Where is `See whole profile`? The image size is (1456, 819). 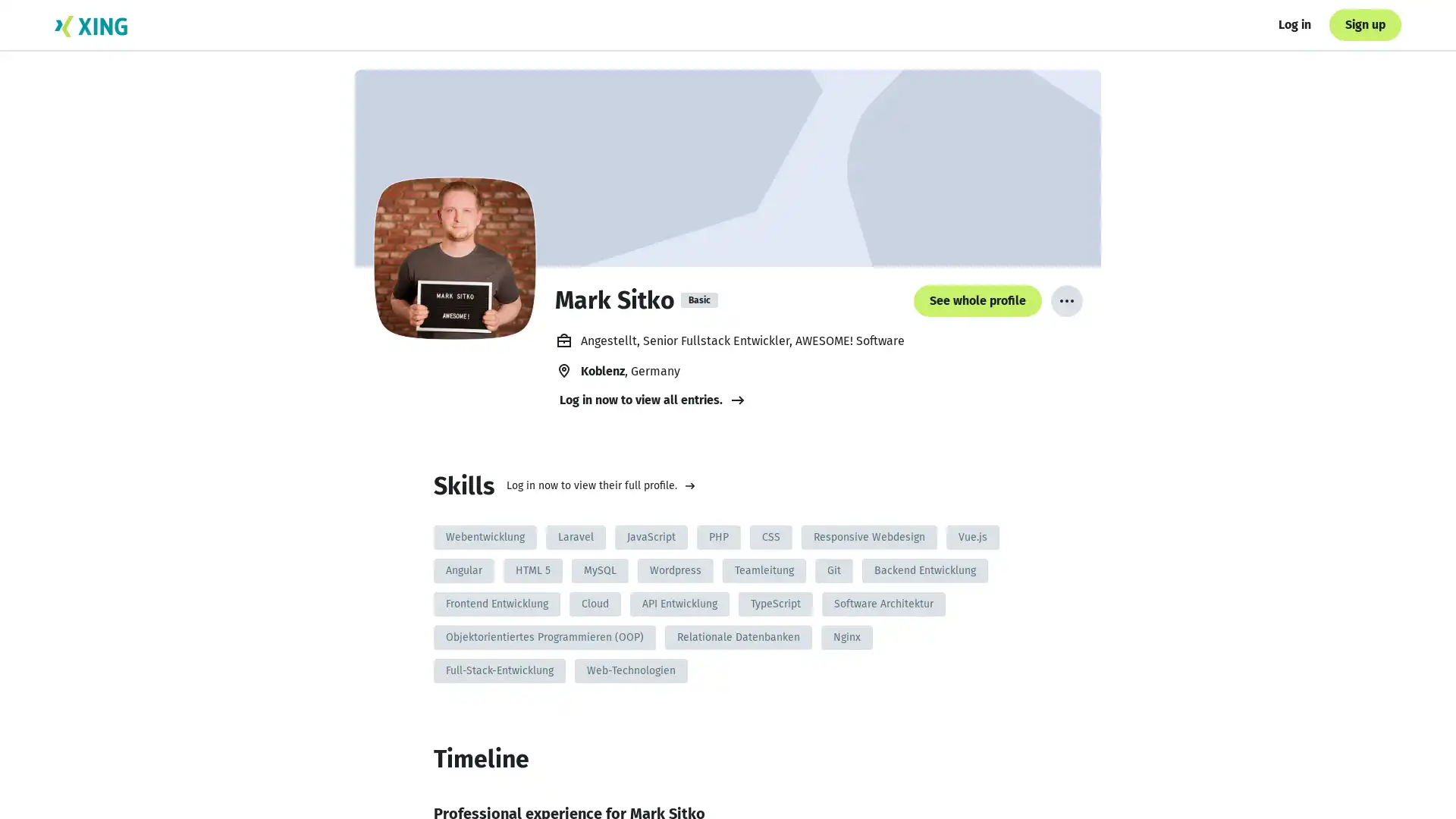
See whole profile is located at coordinates (977, 301).